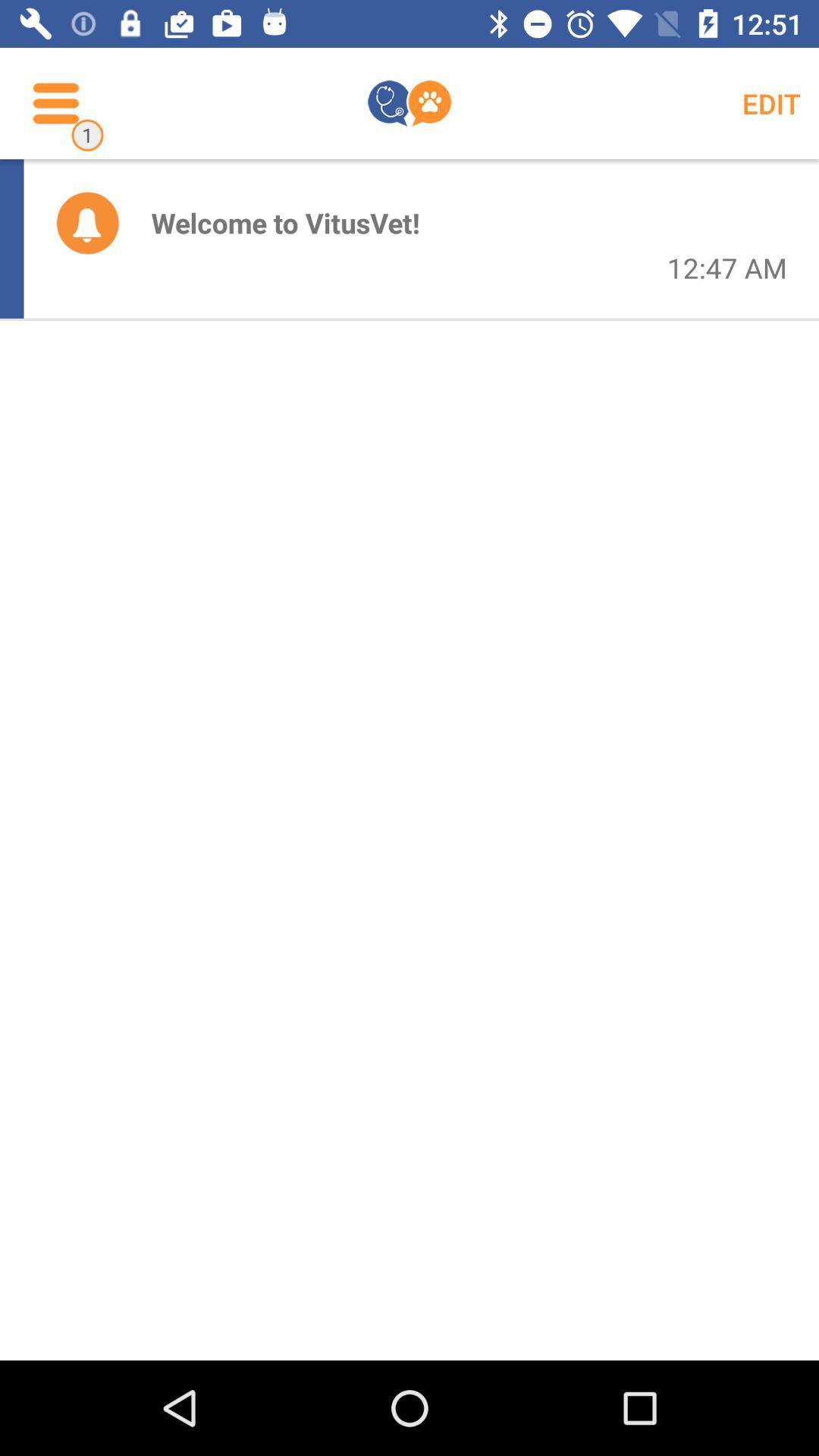 This screenshot has width=819, height=1456. Describe the element at coordinates (771, 102) in the screenshot. I see `the edit icon` at that location.